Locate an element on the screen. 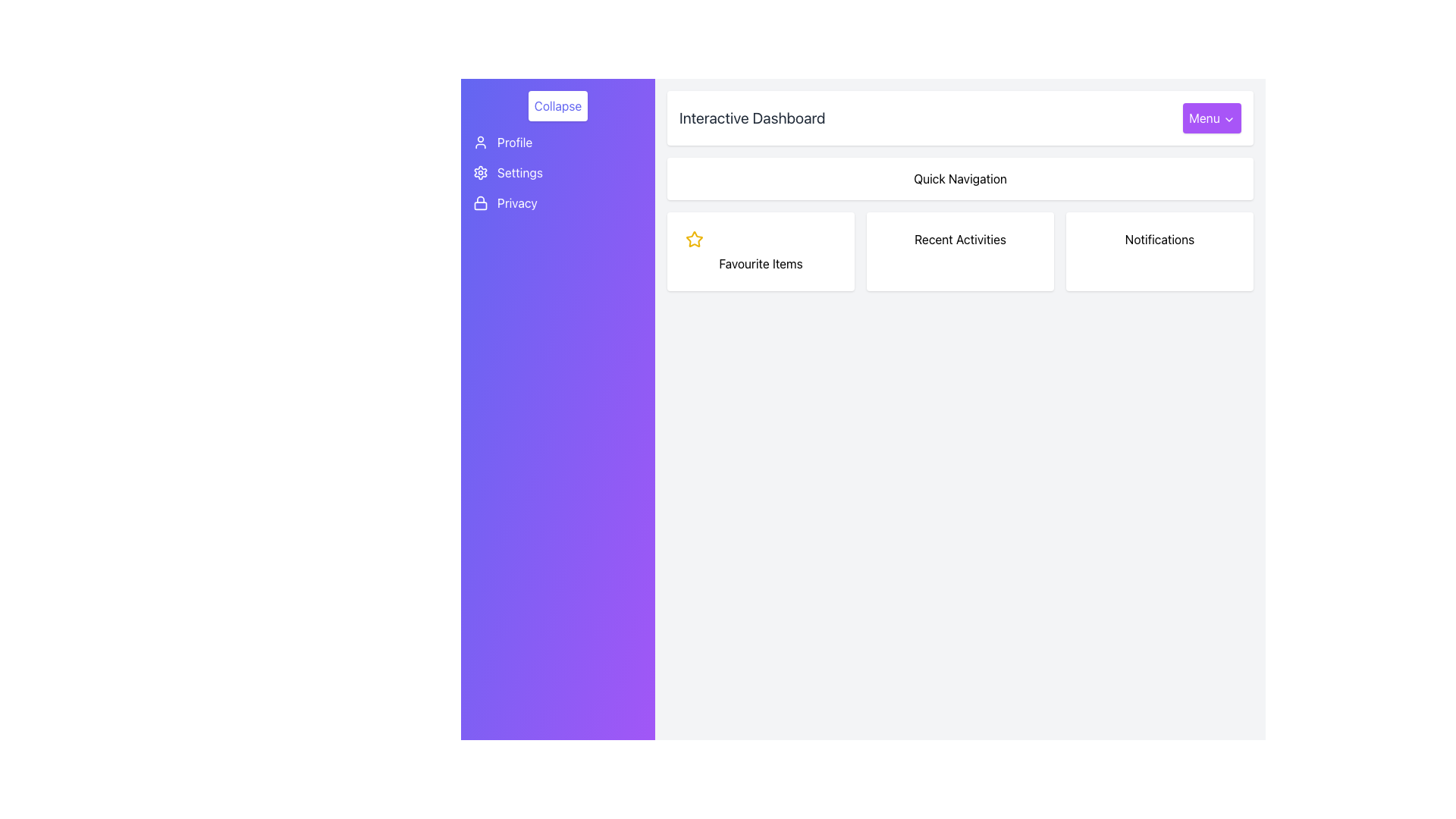 This screenshot has height=819, width=1456. the menu trigger button located at the top-right corner of the 'Interactive Dashboard' header section is located at coordinates (1211, 117).